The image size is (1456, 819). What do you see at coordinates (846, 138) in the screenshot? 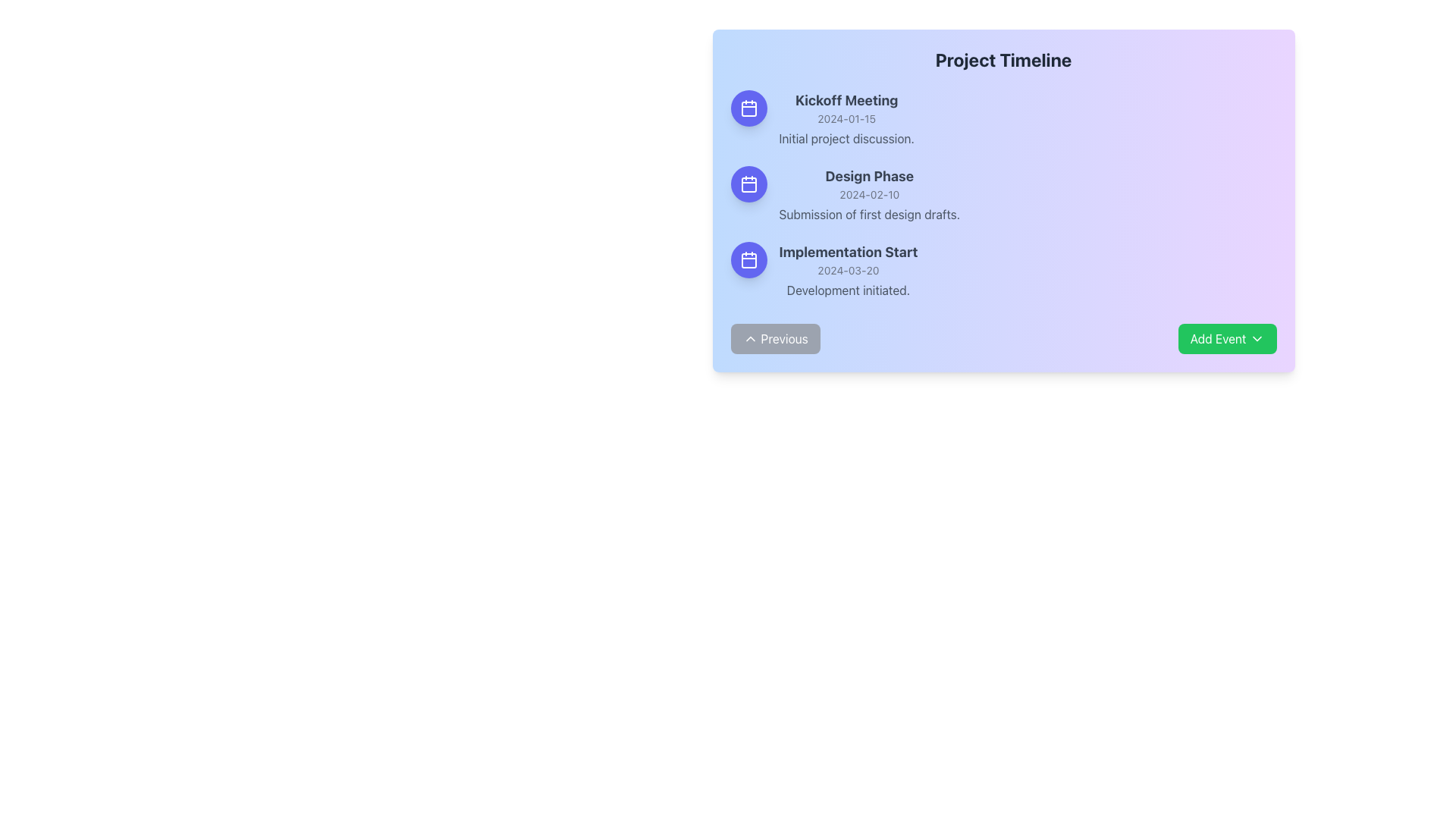
I see `the text element that displays 'Initial project discussion.' located beneath the date '2024-01-15' in the 'Kickoff Meeting' event block` at bounding box center [846, 138].